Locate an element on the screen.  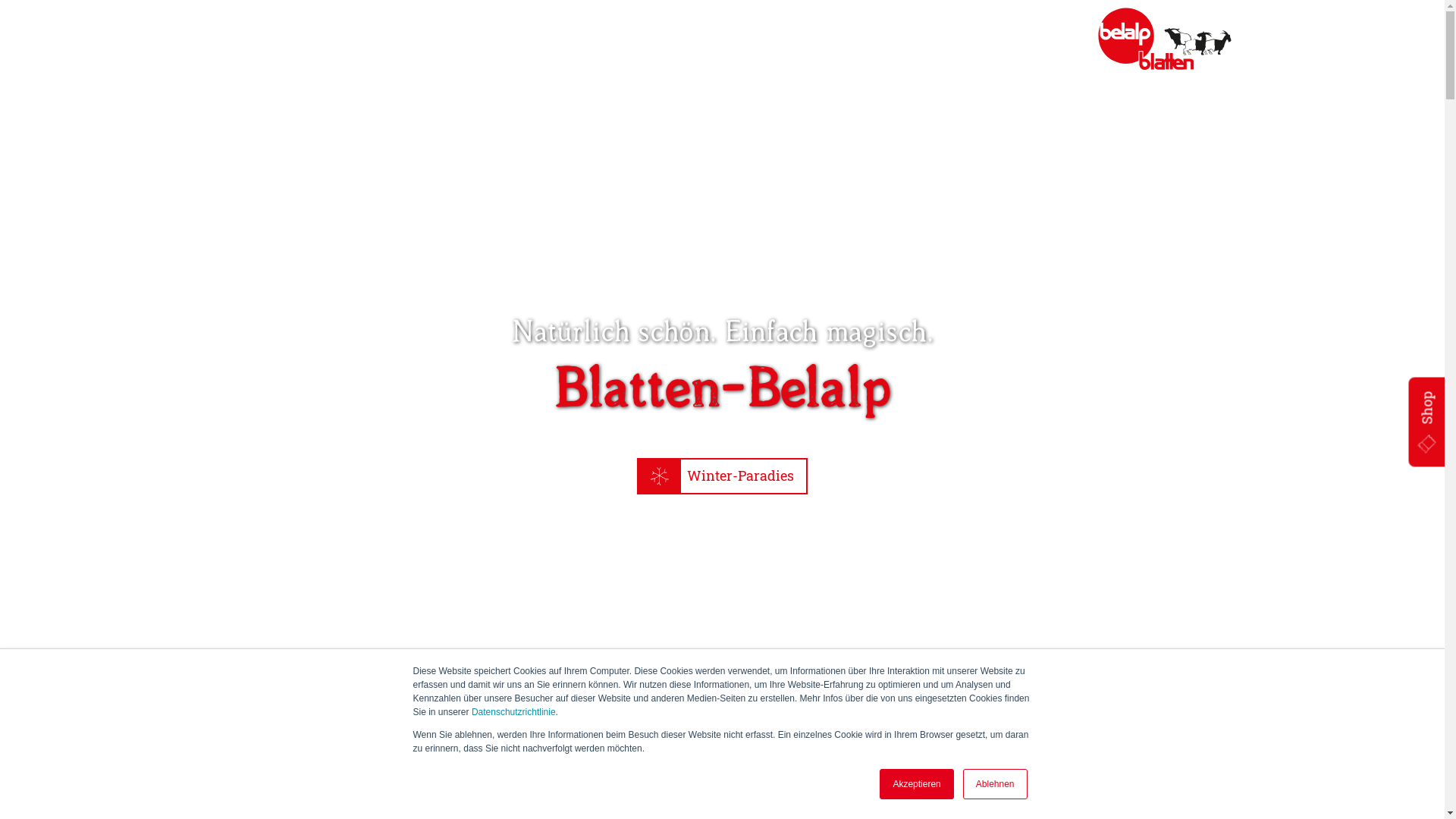
'Akzeptieren' is located at coordinates (915, 783).